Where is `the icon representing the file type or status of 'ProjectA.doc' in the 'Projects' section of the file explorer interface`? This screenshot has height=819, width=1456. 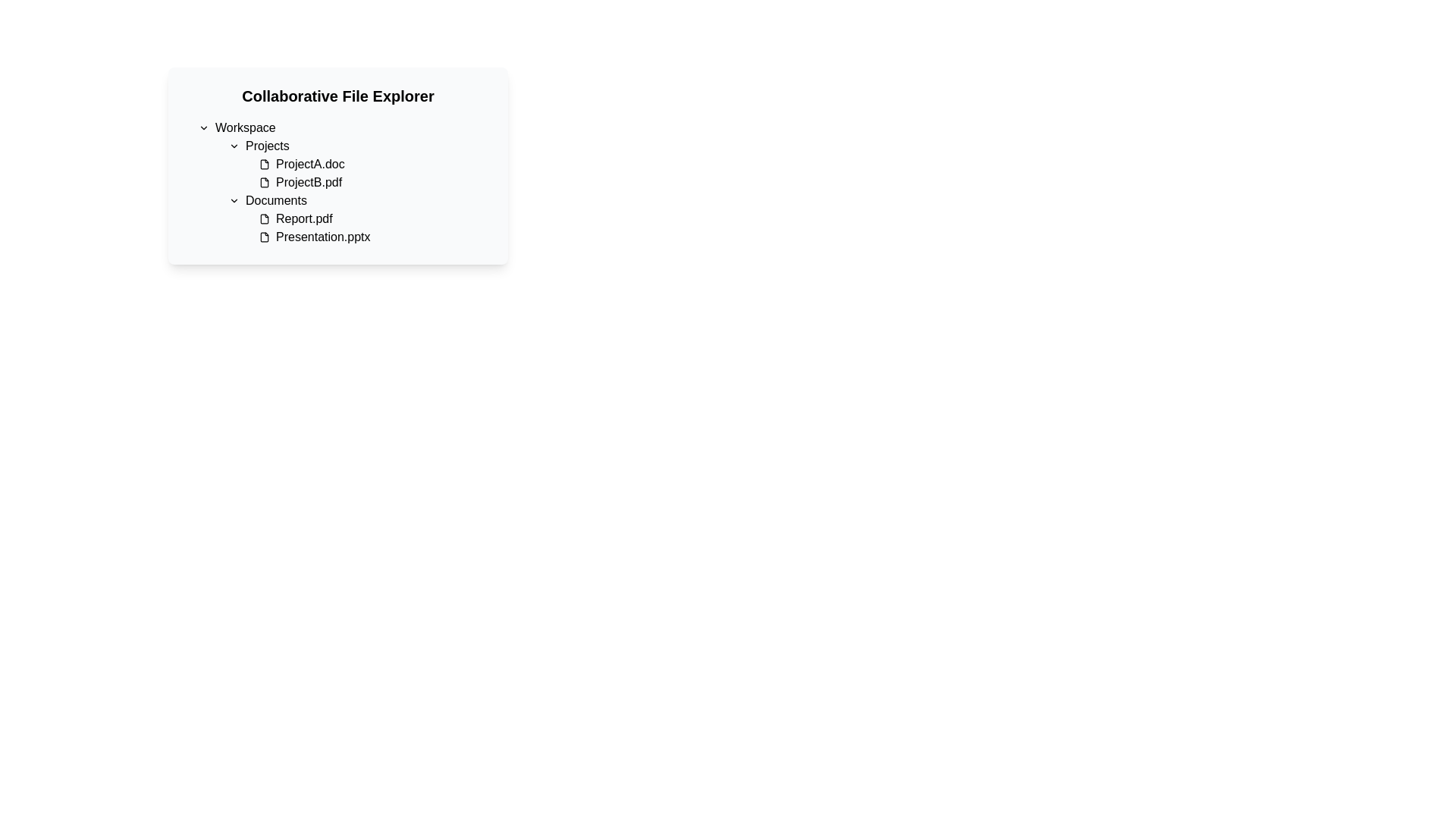 the icon representing the file type or status of 'ProjectA.doc' in the 'Projects' section of the file explorer interface is located at coordinates (265, 164).